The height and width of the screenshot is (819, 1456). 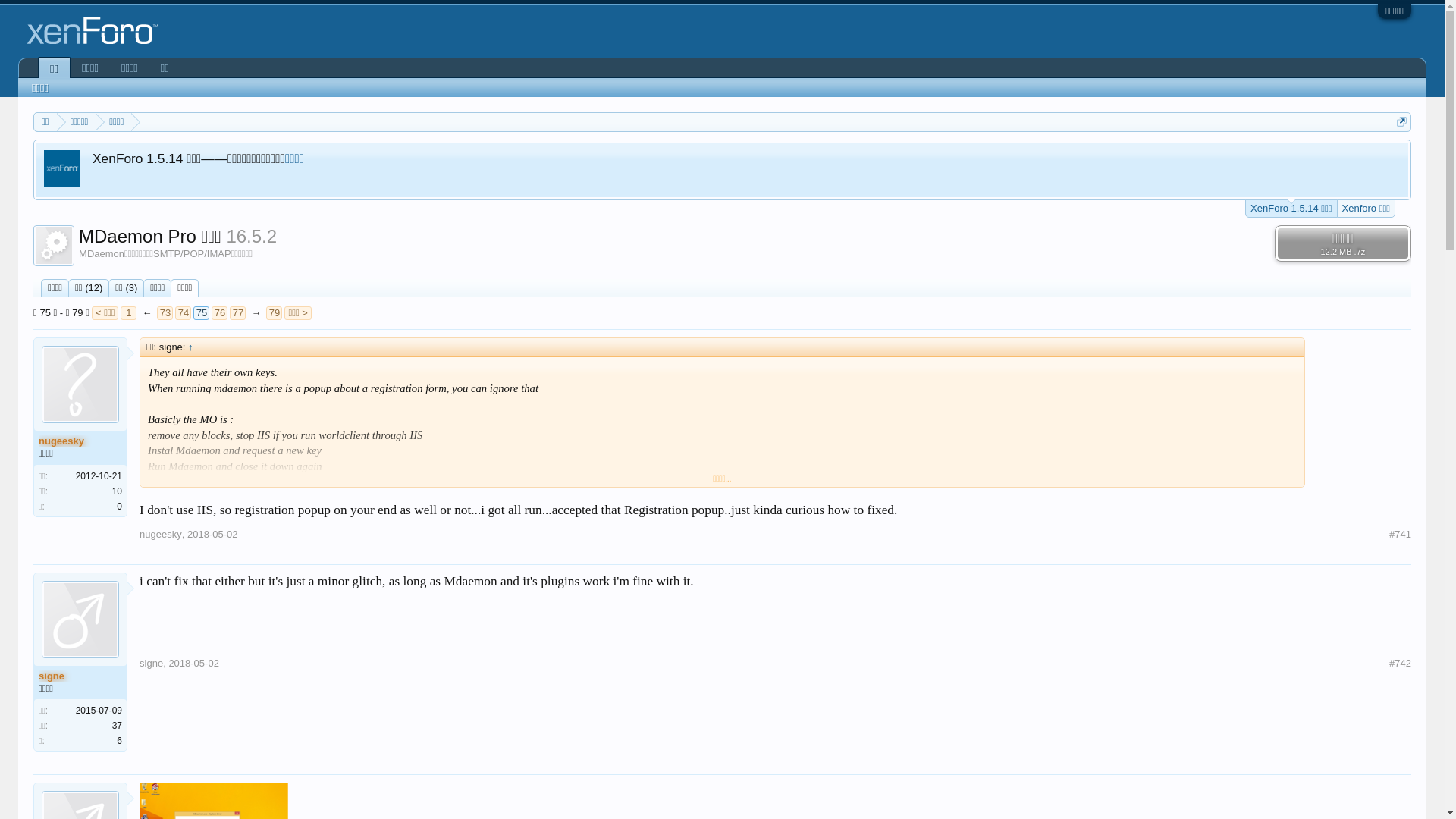 What do you see at coordinates (182, 312) in the screenshot?
I see `'74'` at bounding box center [182, 312].